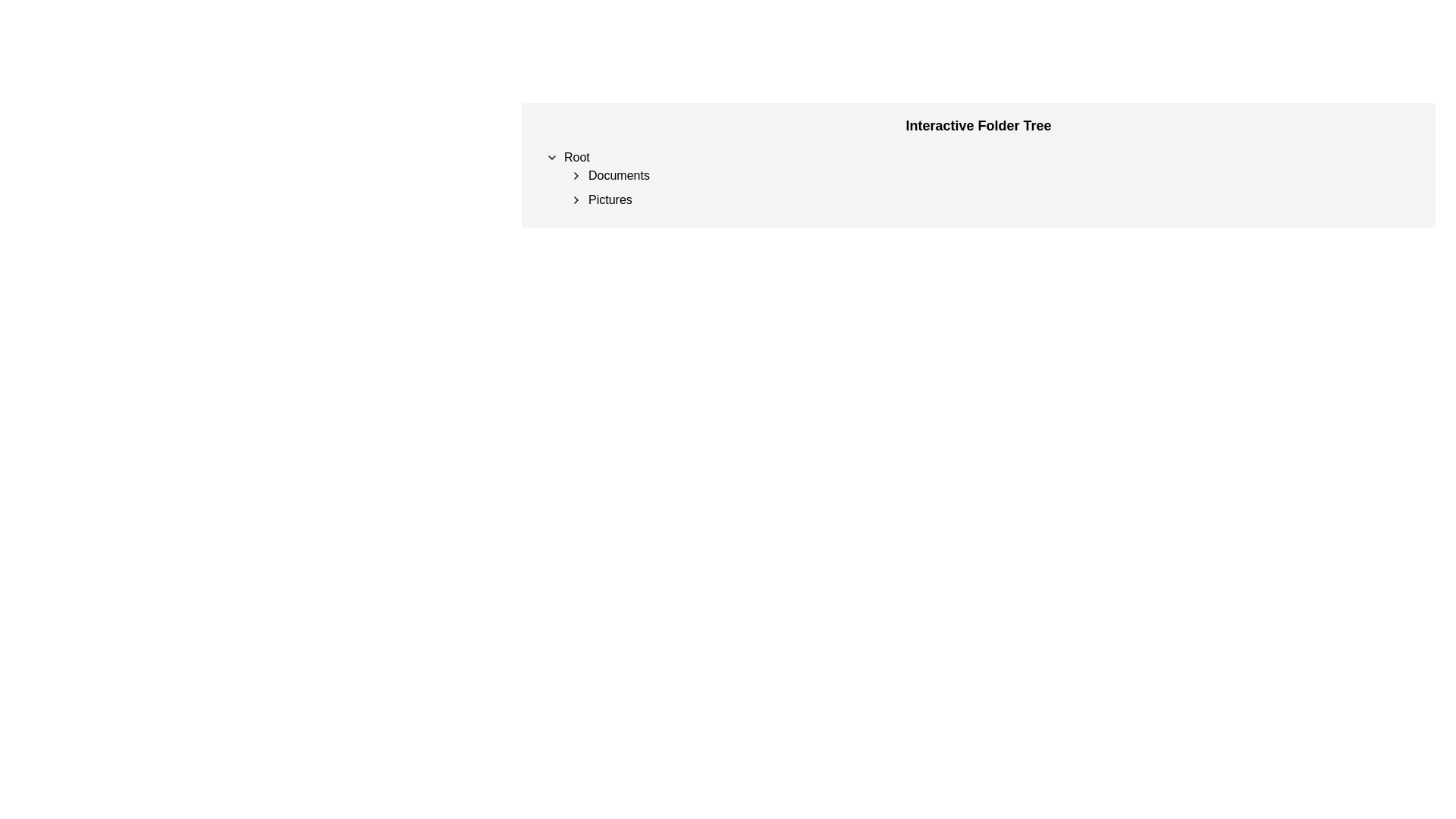 Image resolution: width=1456 pixels, height=819 pixels. I want to click on the rightward chevron icon, which is styled with thin black lines and positioned to the left of the 'Documents' text, so click(575, 174).